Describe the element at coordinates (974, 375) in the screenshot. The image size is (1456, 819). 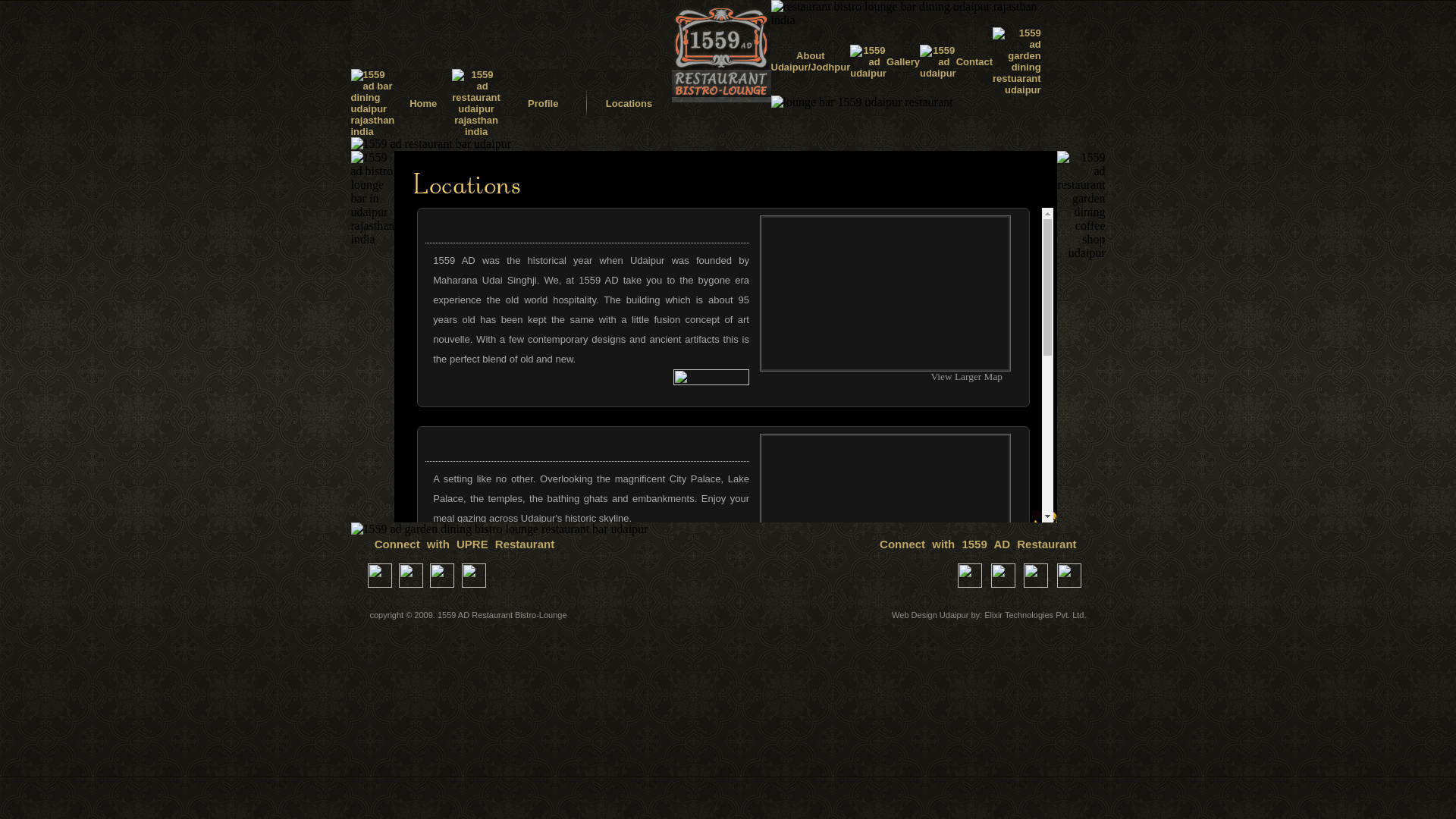
I see `'View Larger Map'` at that location.